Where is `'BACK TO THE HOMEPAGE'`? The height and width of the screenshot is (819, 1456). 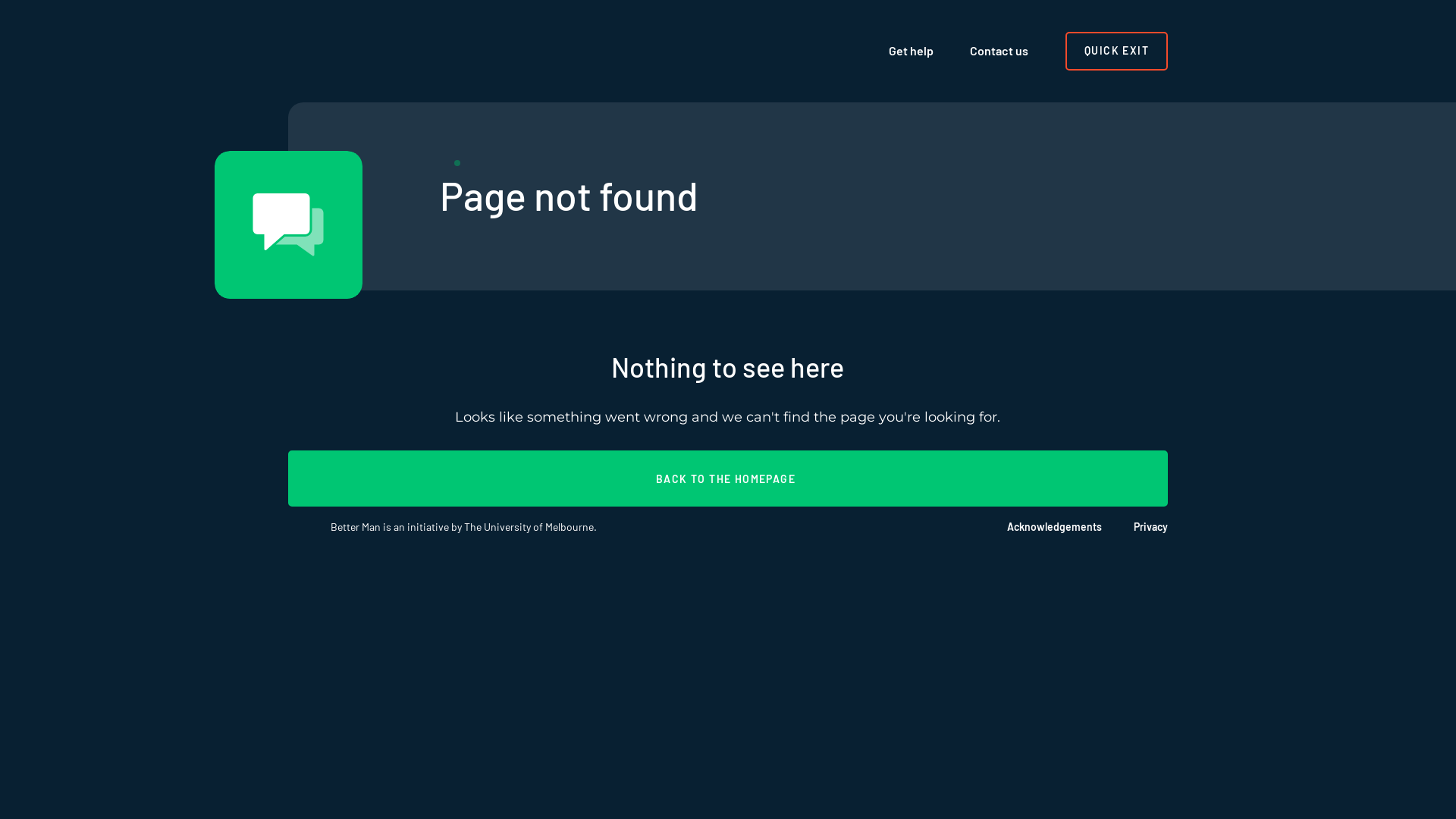 'BACK TO THE HOMEPAGE' is located at coordinates (728, 479).